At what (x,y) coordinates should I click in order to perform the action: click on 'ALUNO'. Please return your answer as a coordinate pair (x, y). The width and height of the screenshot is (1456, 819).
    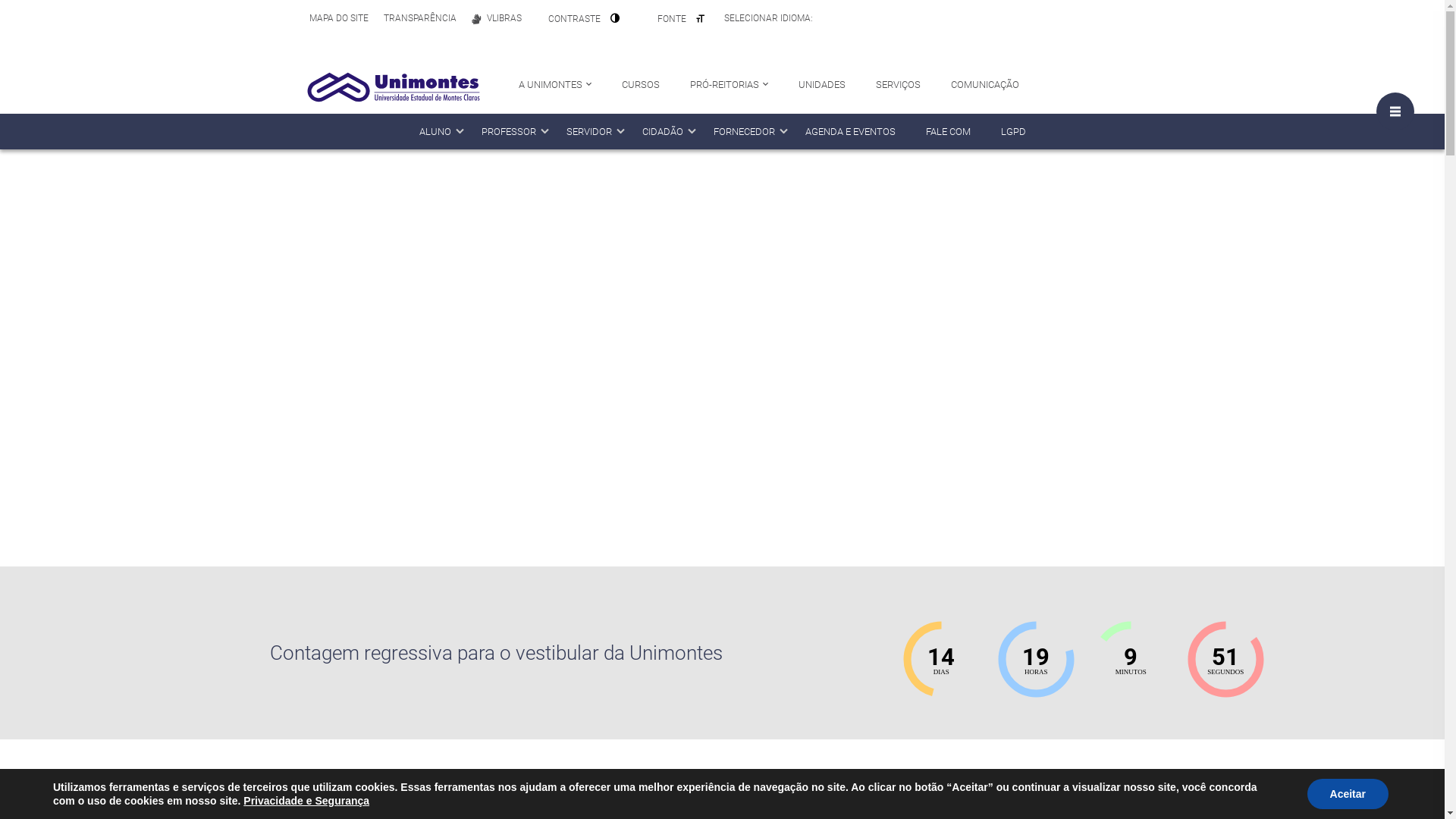
    Looking at the image, I should click on (403, 130).